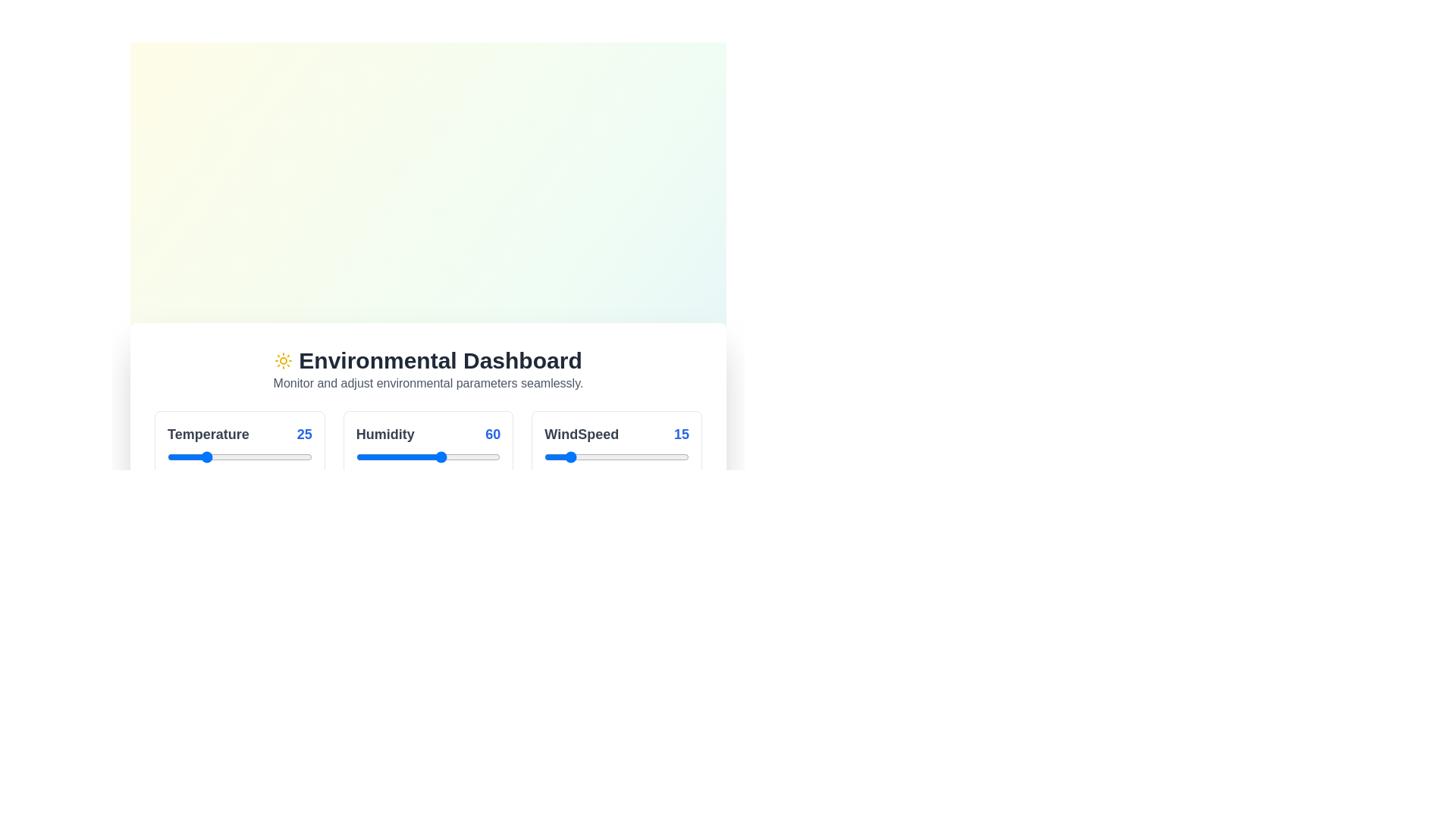 Image resolution: width=1456 pixels, height=819 pixels. I want to click on the slider, so click(289, 456).